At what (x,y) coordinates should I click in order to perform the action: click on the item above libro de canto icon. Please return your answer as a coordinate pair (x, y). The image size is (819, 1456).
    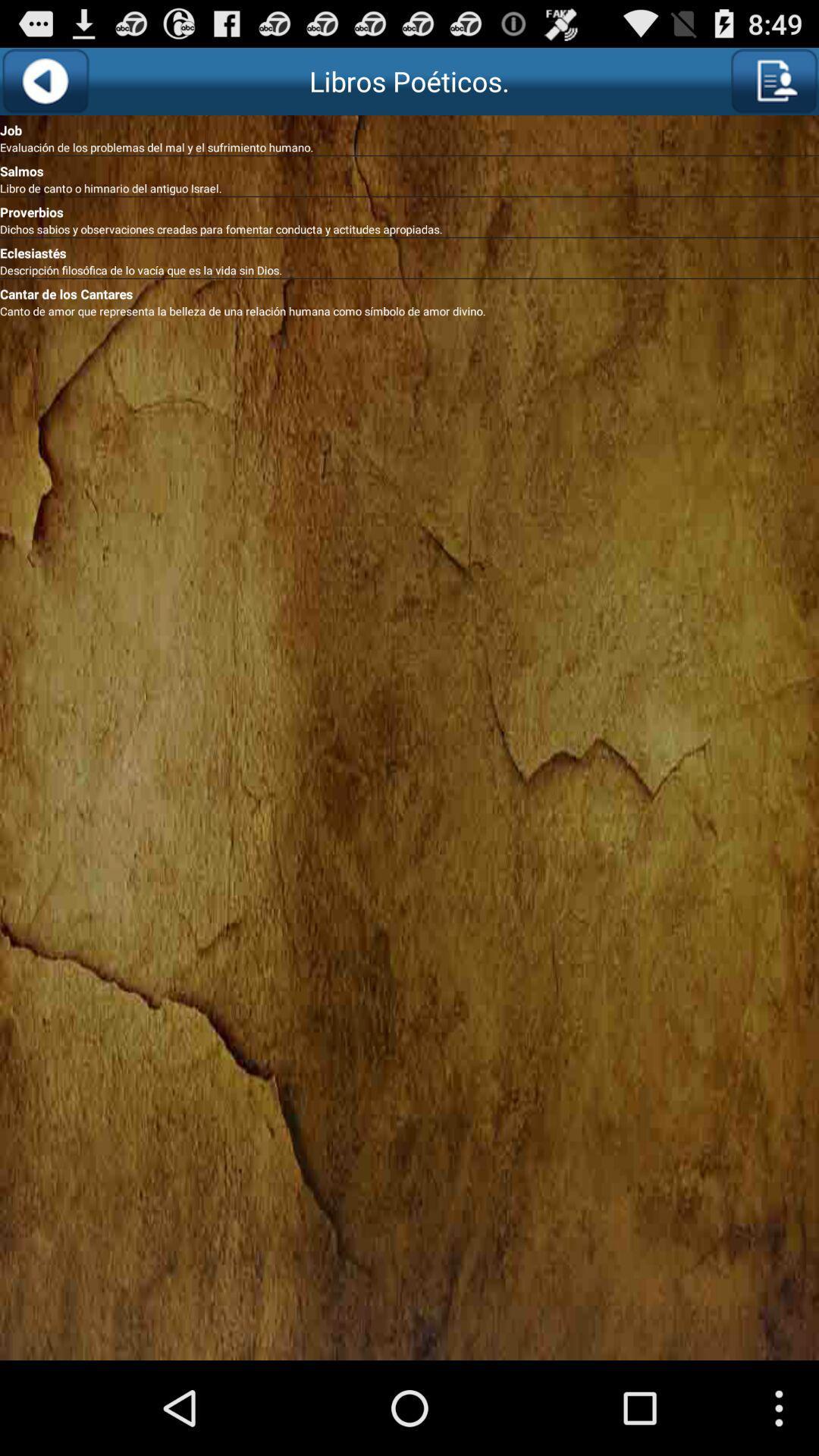
    Looking at the image, I should click on (409, 168).